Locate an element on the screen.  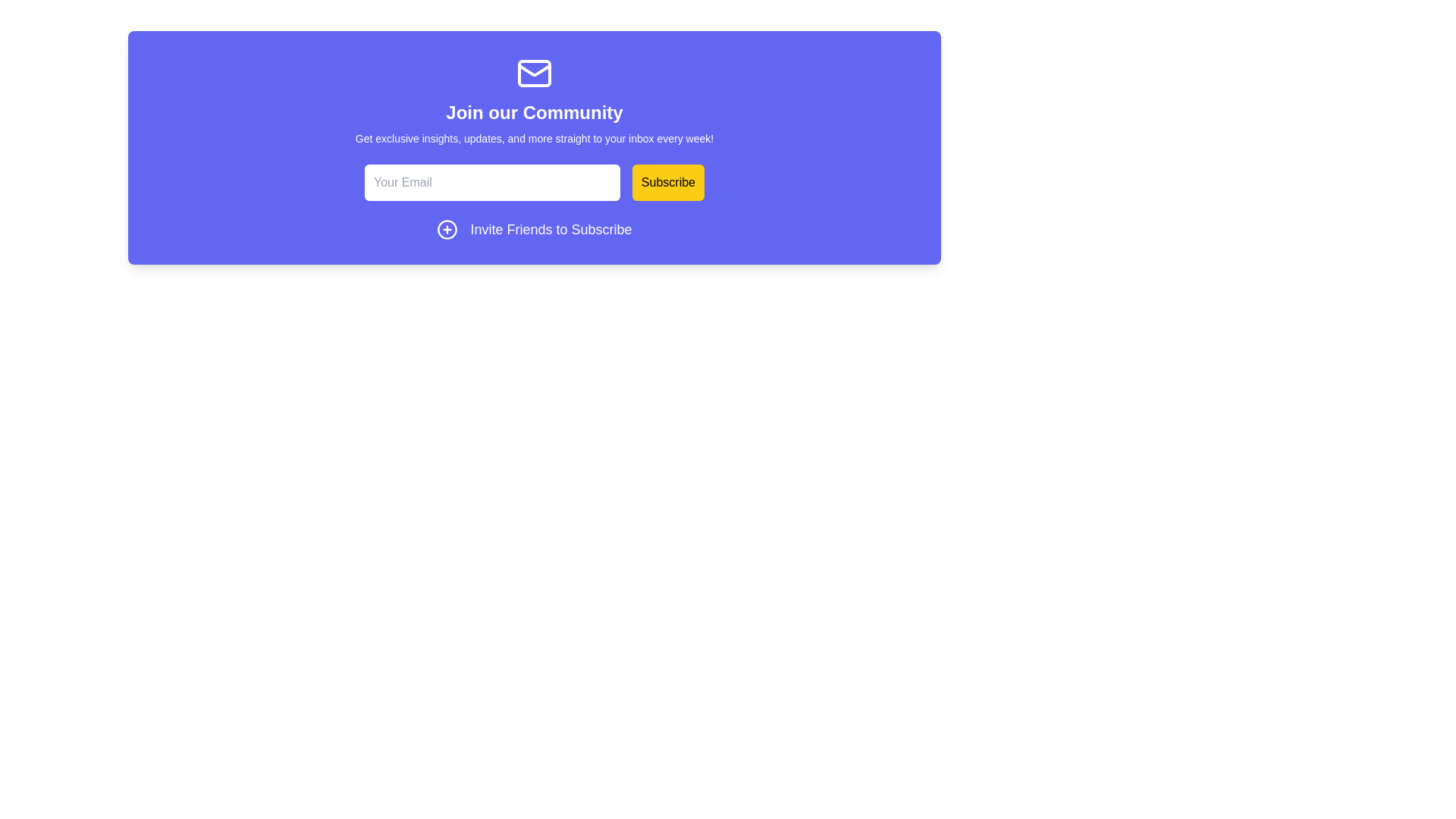
the 'Invite Friends to Subscribe' button, which features a circled plus sign icon and white text on a violet background is located at coordinates (535, 230).